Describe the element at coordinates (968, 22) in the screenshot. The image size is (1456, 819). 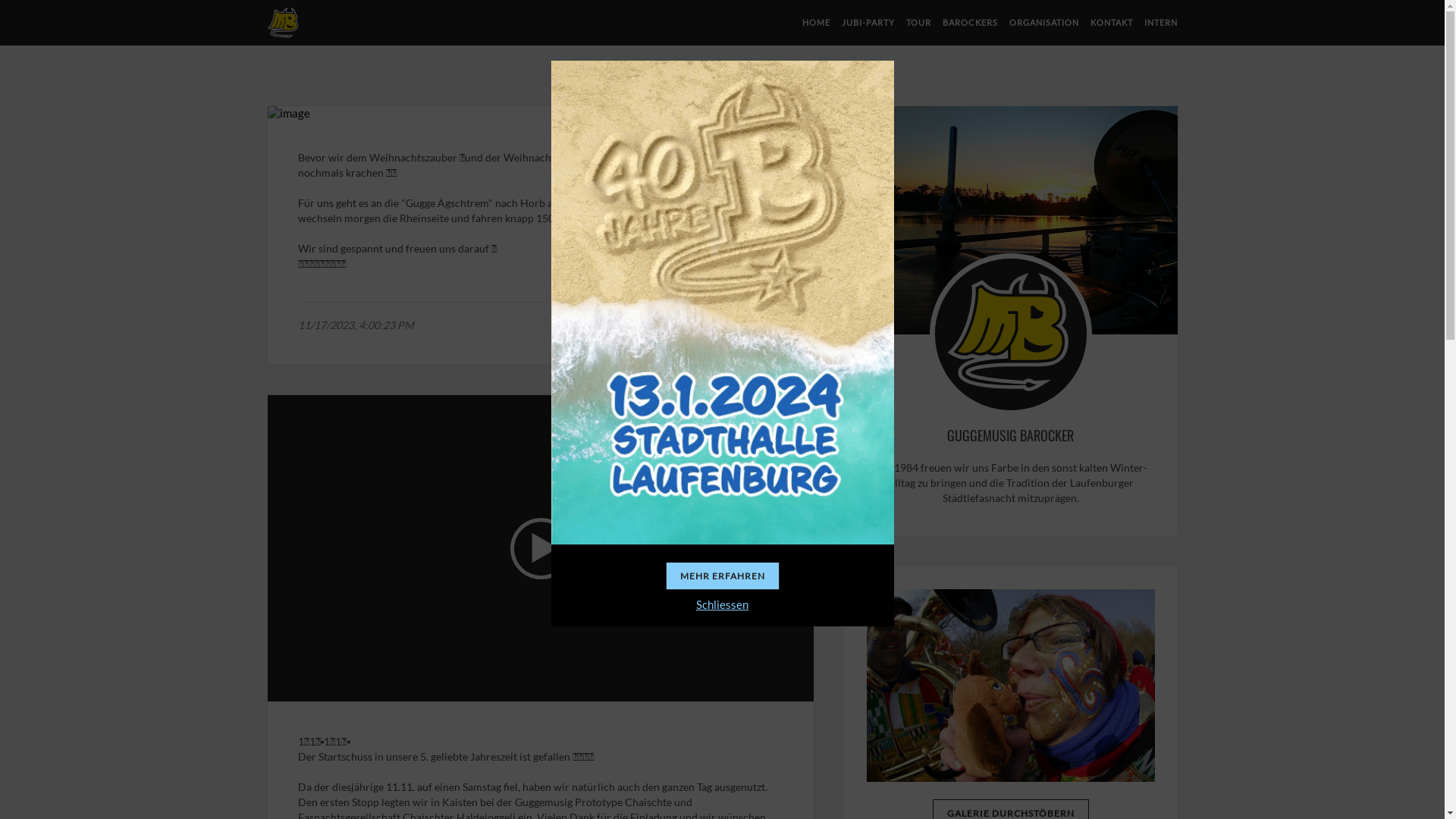
I see `'BAROCKERS'` at that location.